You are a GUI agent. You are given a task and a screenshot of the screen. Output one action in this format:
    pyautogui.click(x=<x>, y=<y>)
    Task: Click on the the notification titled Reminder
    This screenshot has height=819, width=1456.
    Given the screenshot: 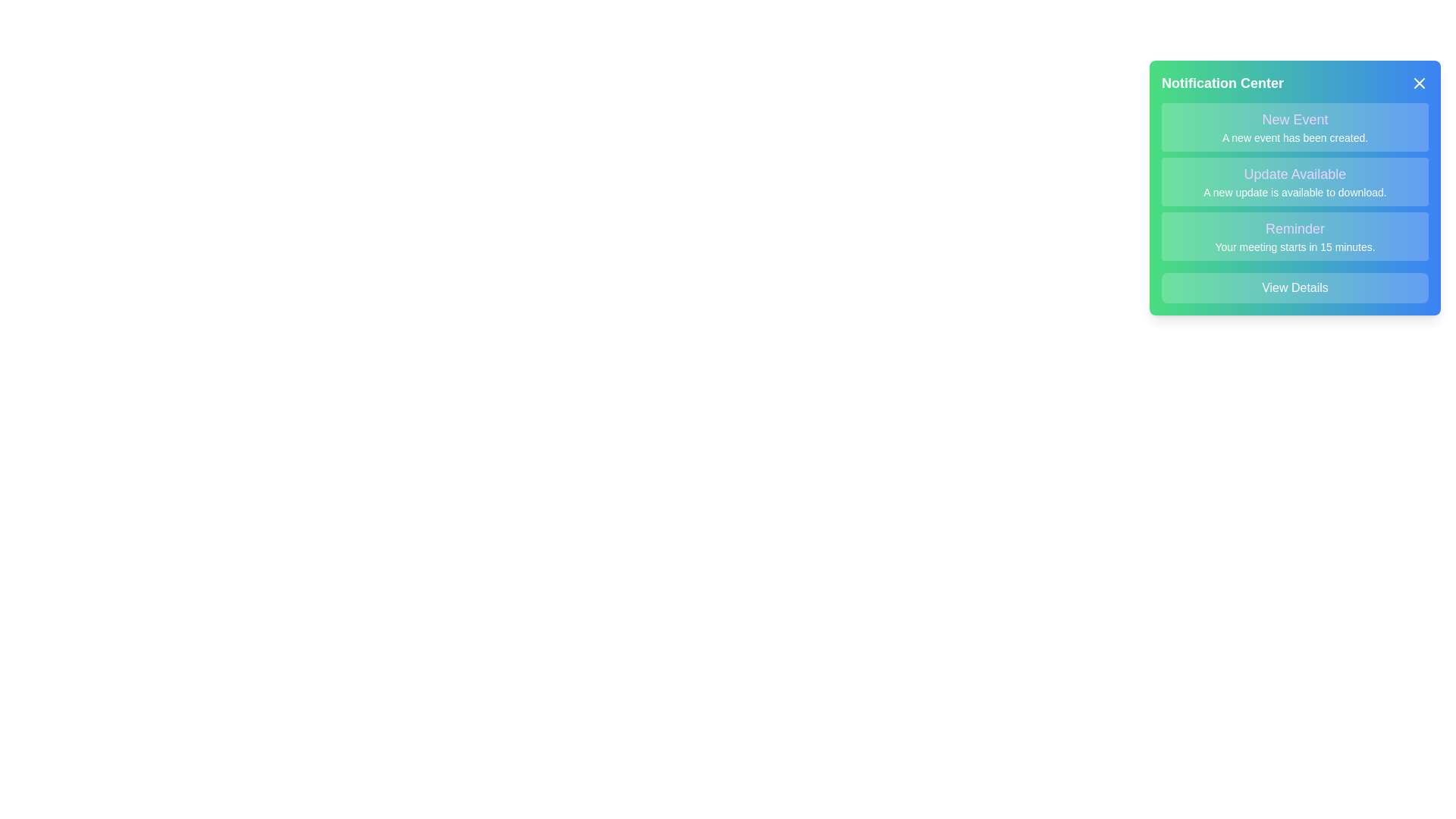 What is the action you would take?
    pyautogui.click(x=1294, y=237)
    